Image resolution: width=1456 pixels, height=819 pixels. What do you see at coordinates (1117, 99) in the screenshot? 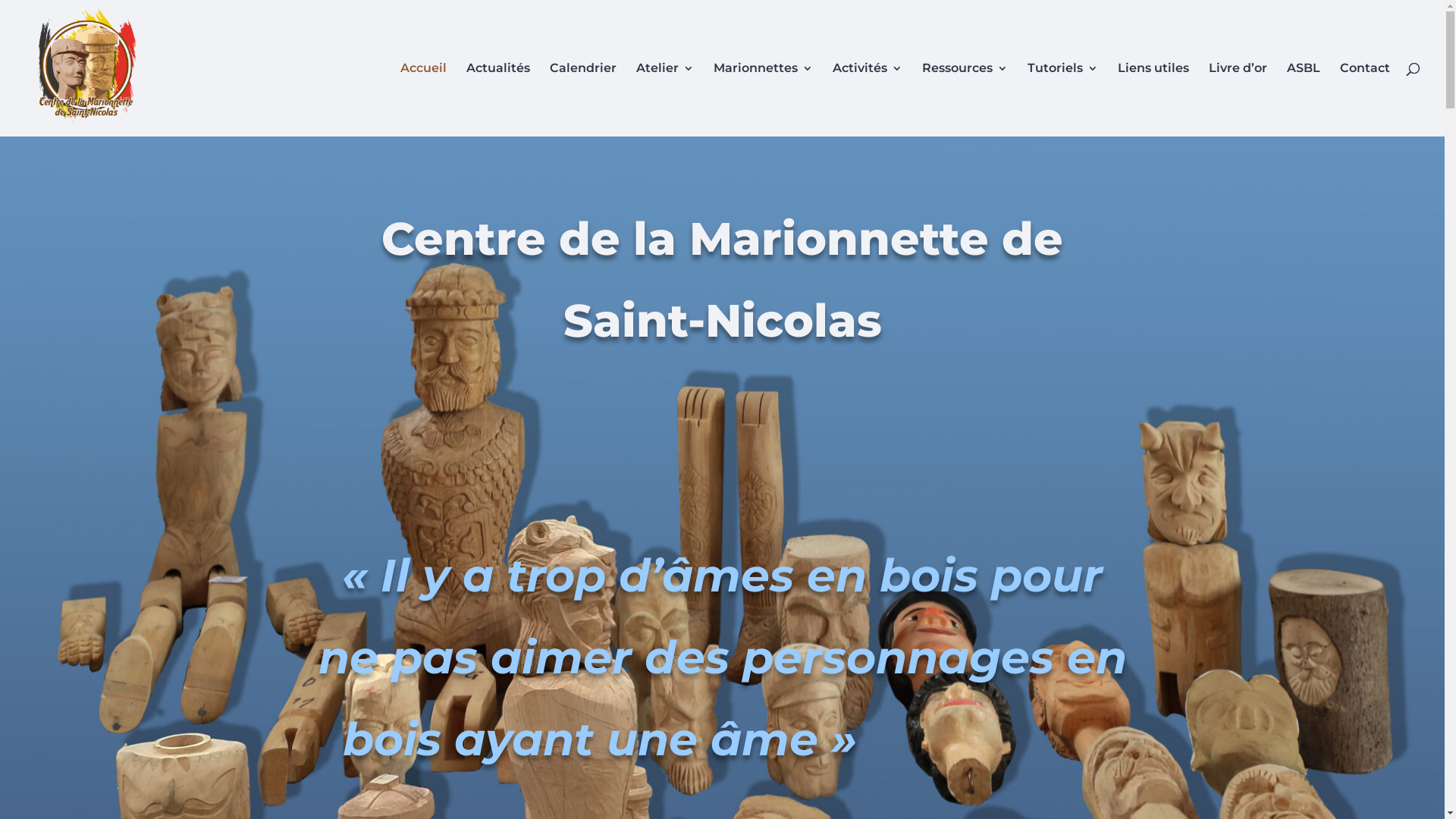
I see `'Liens utiles'` at bounding box center [1117, 99].